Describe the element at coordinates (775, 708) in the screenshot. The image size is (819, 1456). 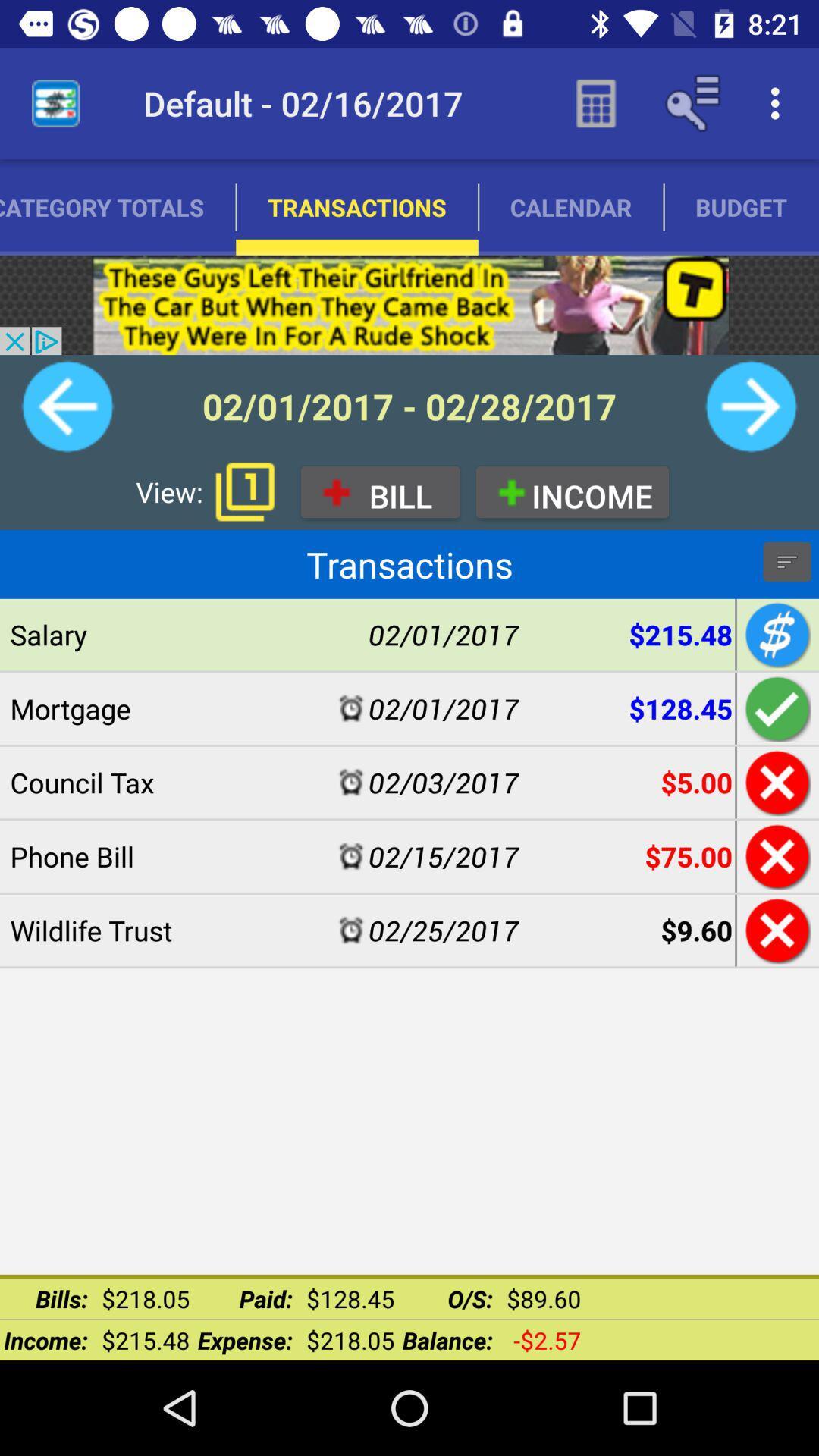
I see `correct` at that location.